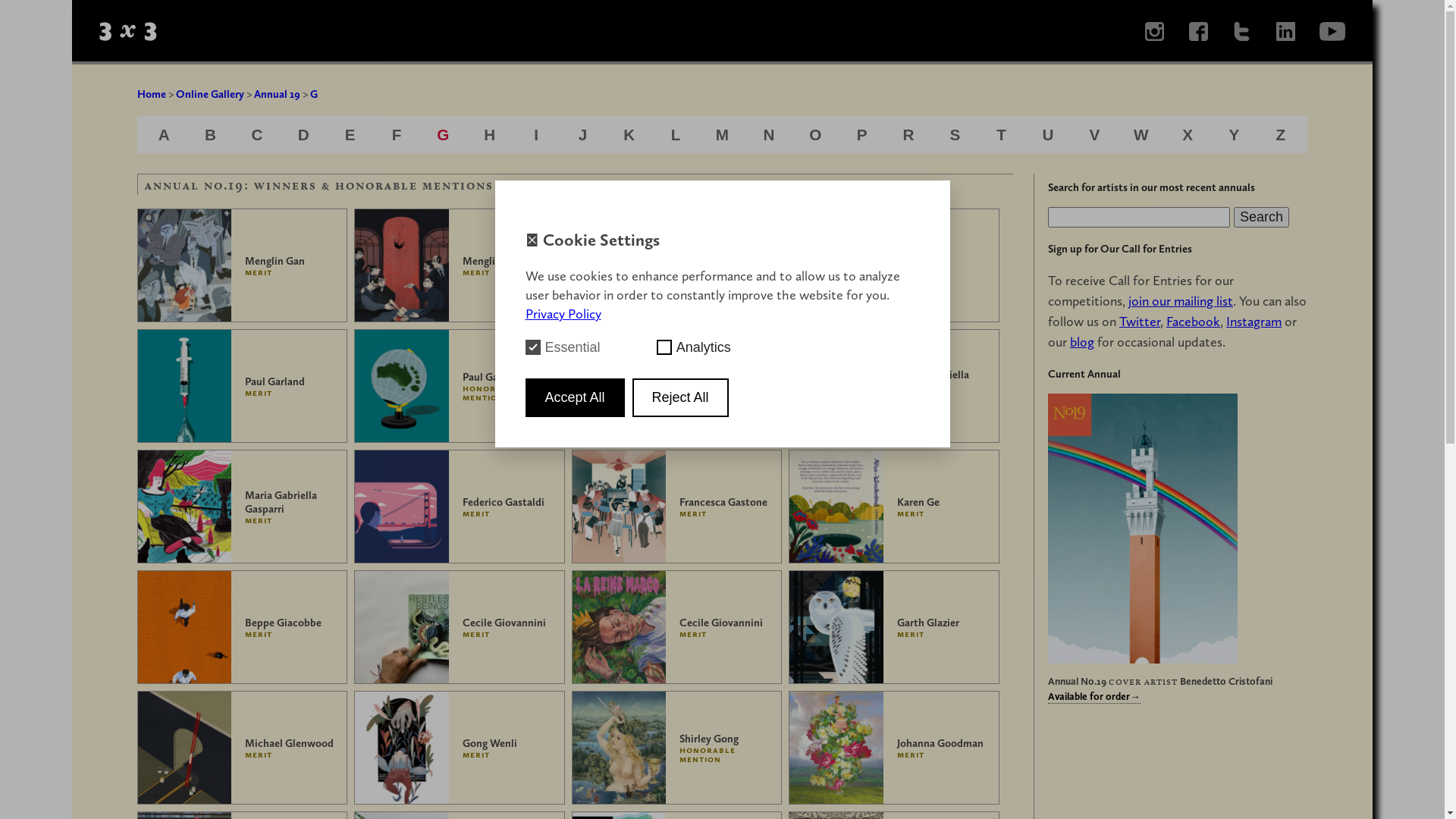  What do you see at coordinates (570, 747) in the screenshot?
I see `'Shirley Gong` at bounding box center [570, 747].